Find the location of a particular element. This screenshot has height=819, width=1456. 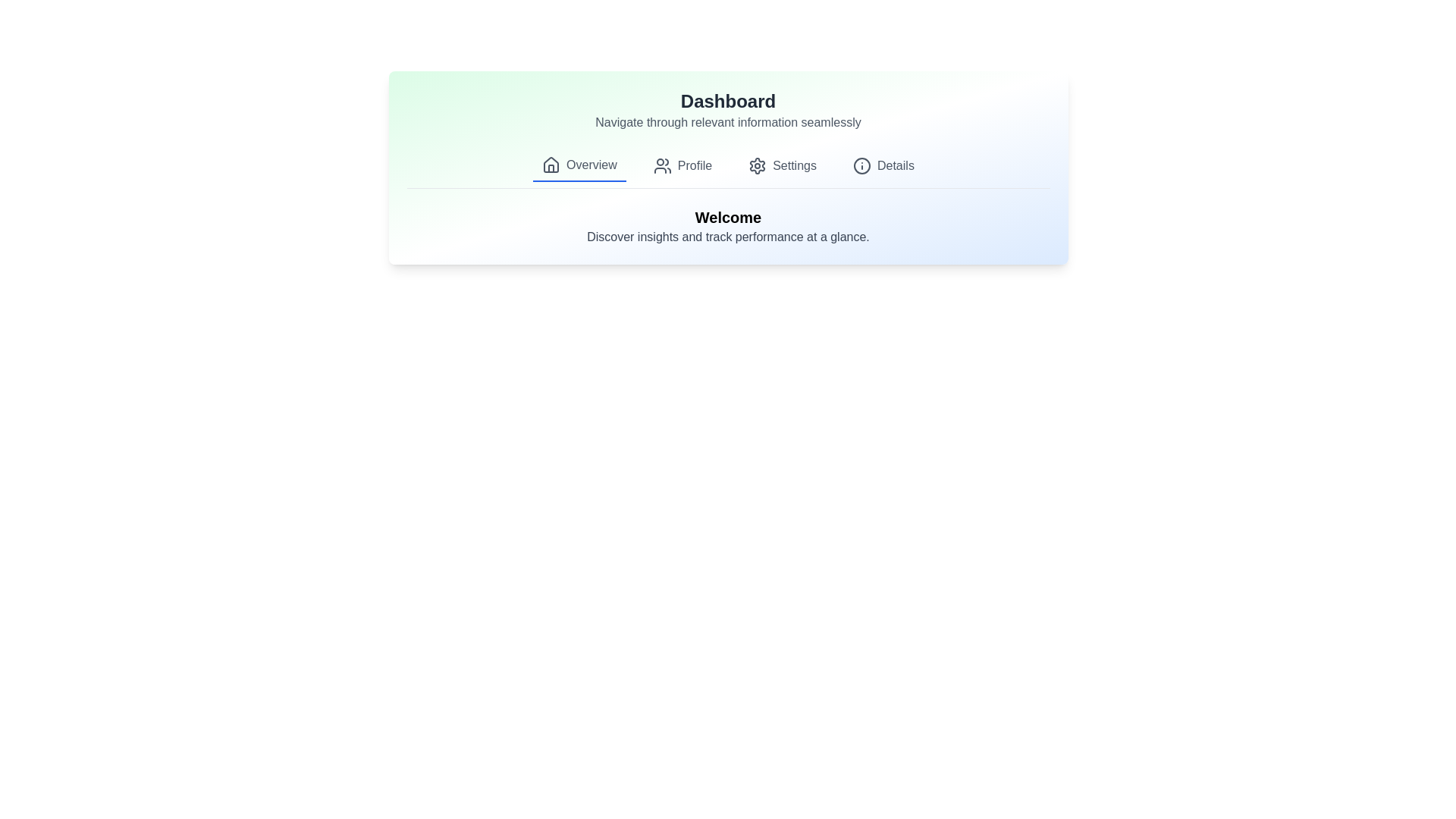

the bold, large-font text element displaying 'Dashboard' located at the top central region of the interface is located at coordinates (728, 102).